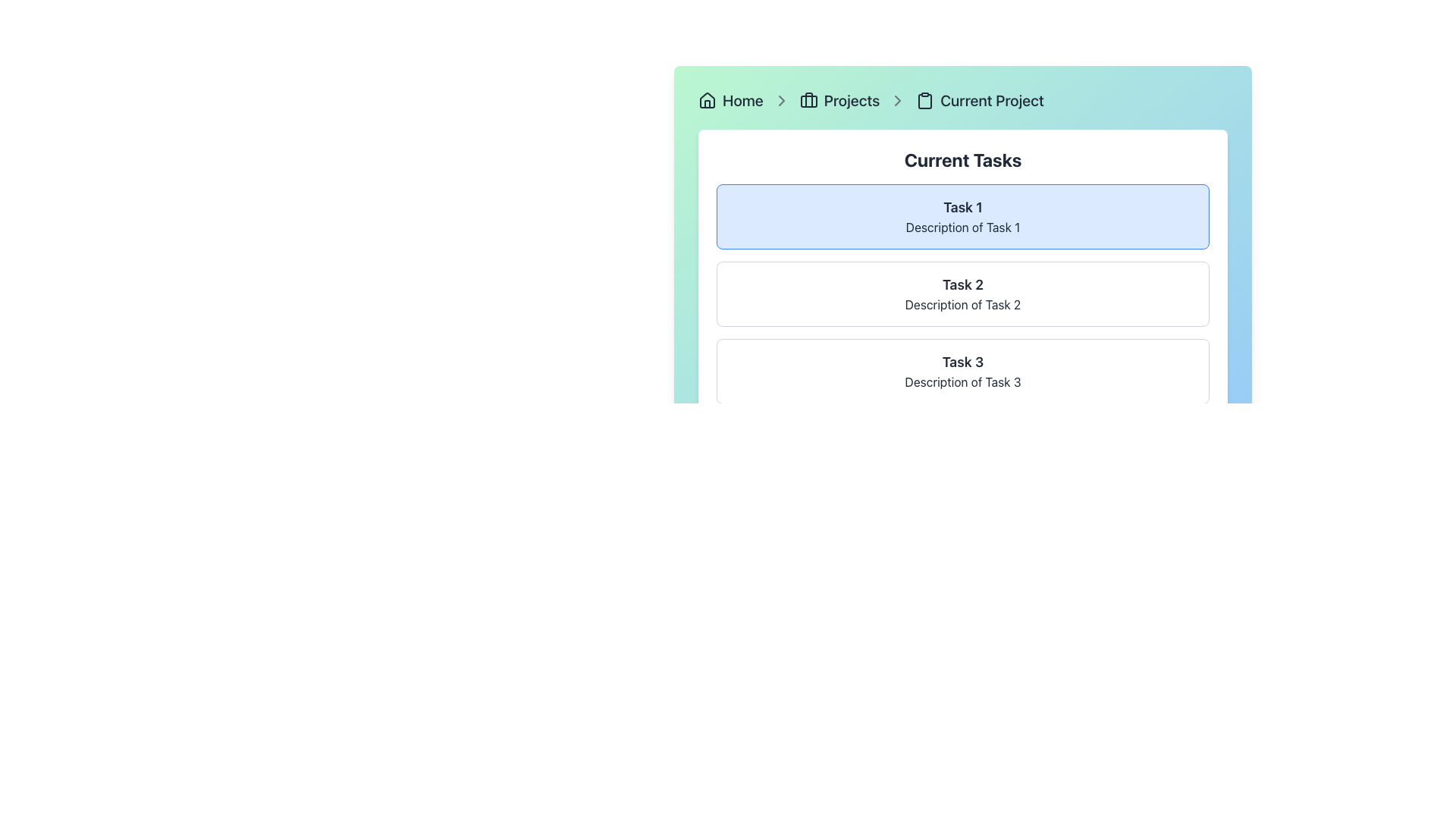 This screenshot has height=819, width=1456. What do you see at coordinates (781, 100) in the screenshot?
I see `the second arrow icon in the breadcrumb navigation bar, which separates 'Projects' and 'Current Project' labels` at bounding box center [781, 100].